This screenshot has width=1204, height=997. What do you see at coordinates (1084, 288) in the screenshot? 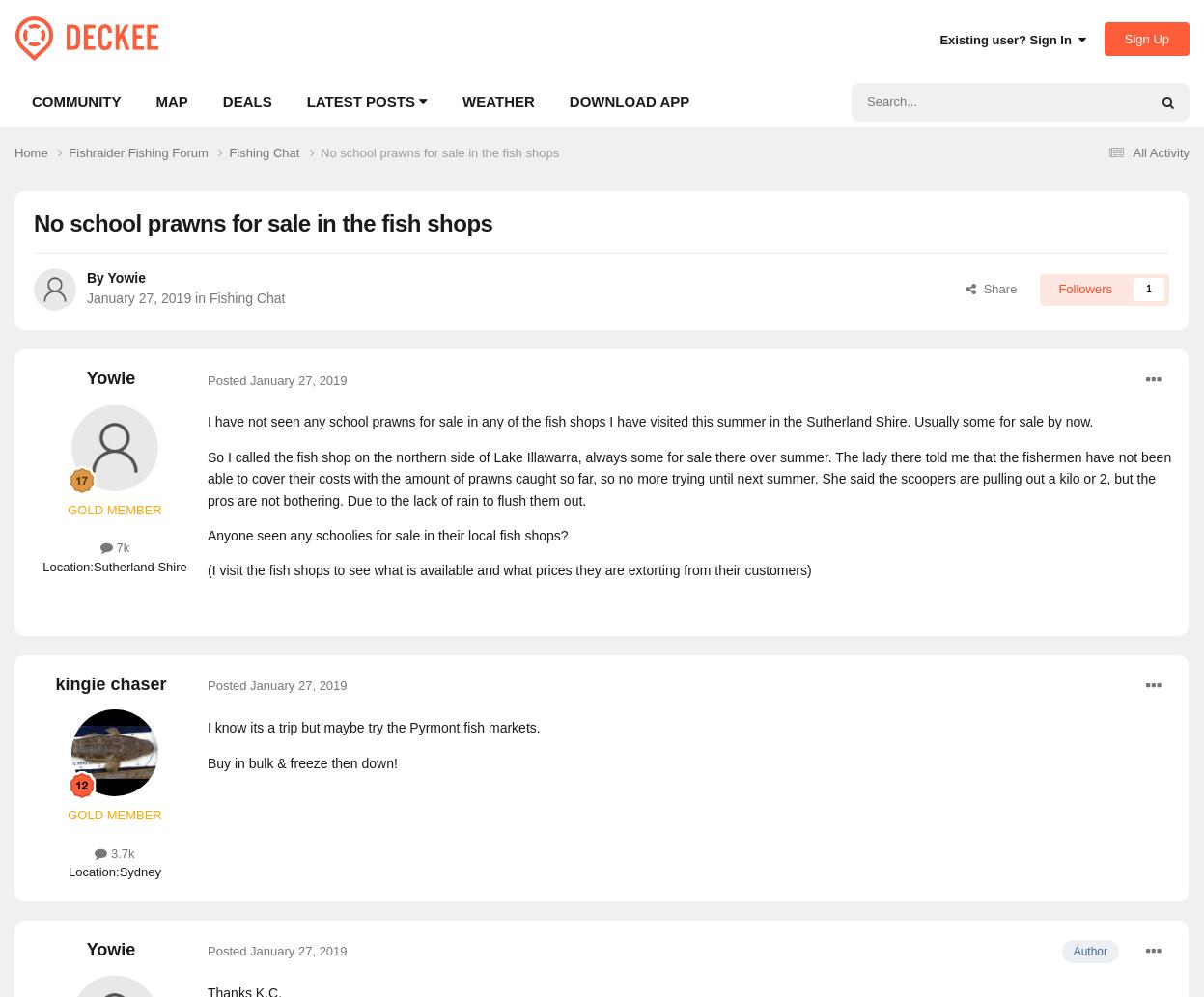
I see `'Followers'` at bounding box center [1084, 288].